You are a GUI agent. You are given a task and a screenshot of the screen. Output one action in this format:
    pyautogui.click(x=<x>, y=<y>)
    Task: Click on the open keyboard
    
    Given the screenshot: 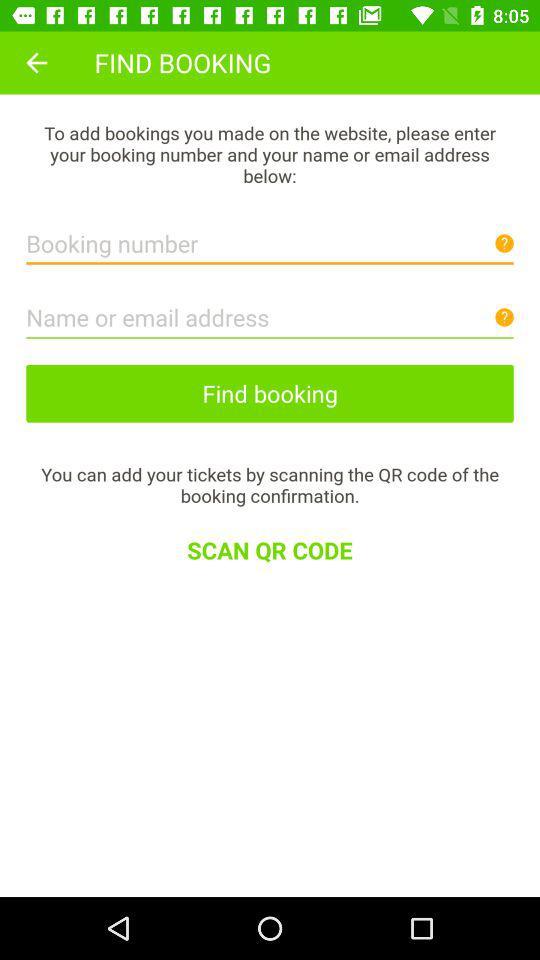 What is the action you would take?
    pyautogui.click(x=270, y=312)
    